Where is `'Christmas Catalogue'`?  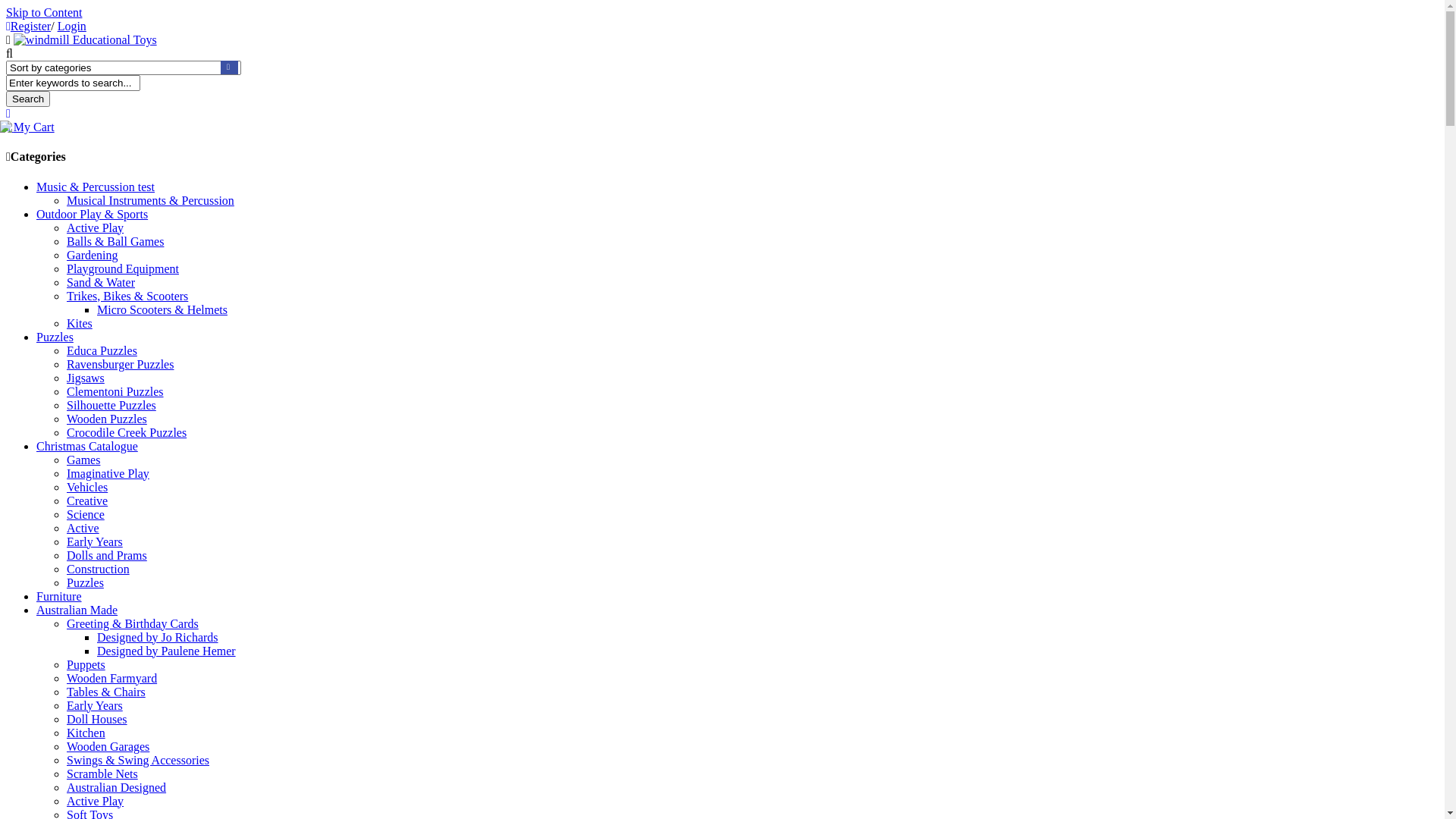
'Christmas Catalogue' is located at coordinates (86, 445).